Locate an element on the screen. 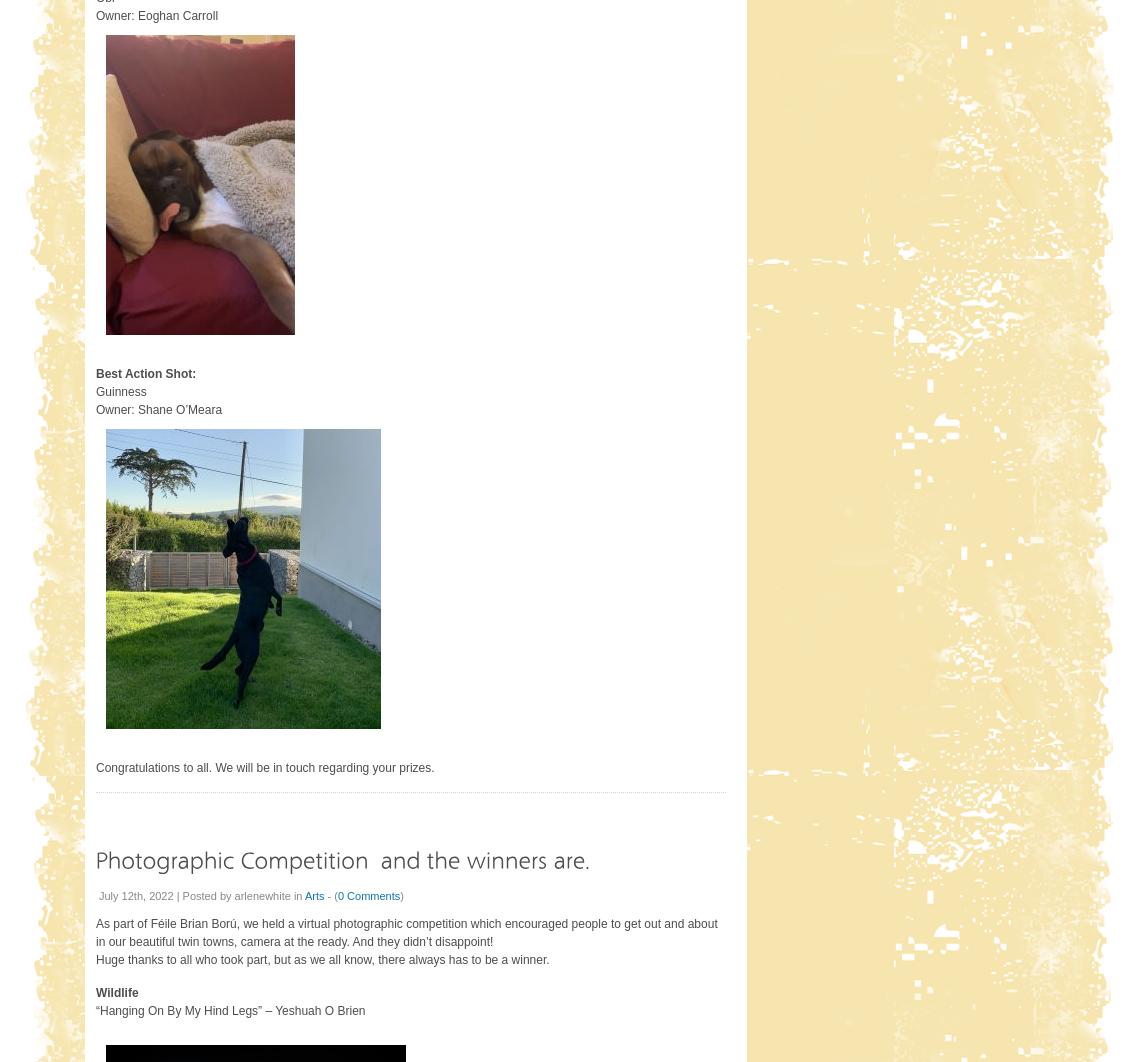 This screenshot has width=1140, height=1062. 'As part of Féile Brian Ború, we held a virtual photographic competition which encouraged people to get out and about in our beautiful twin towns, camera at the ready. And they didn’t disappoint!' is located at coordinates (405, 931).